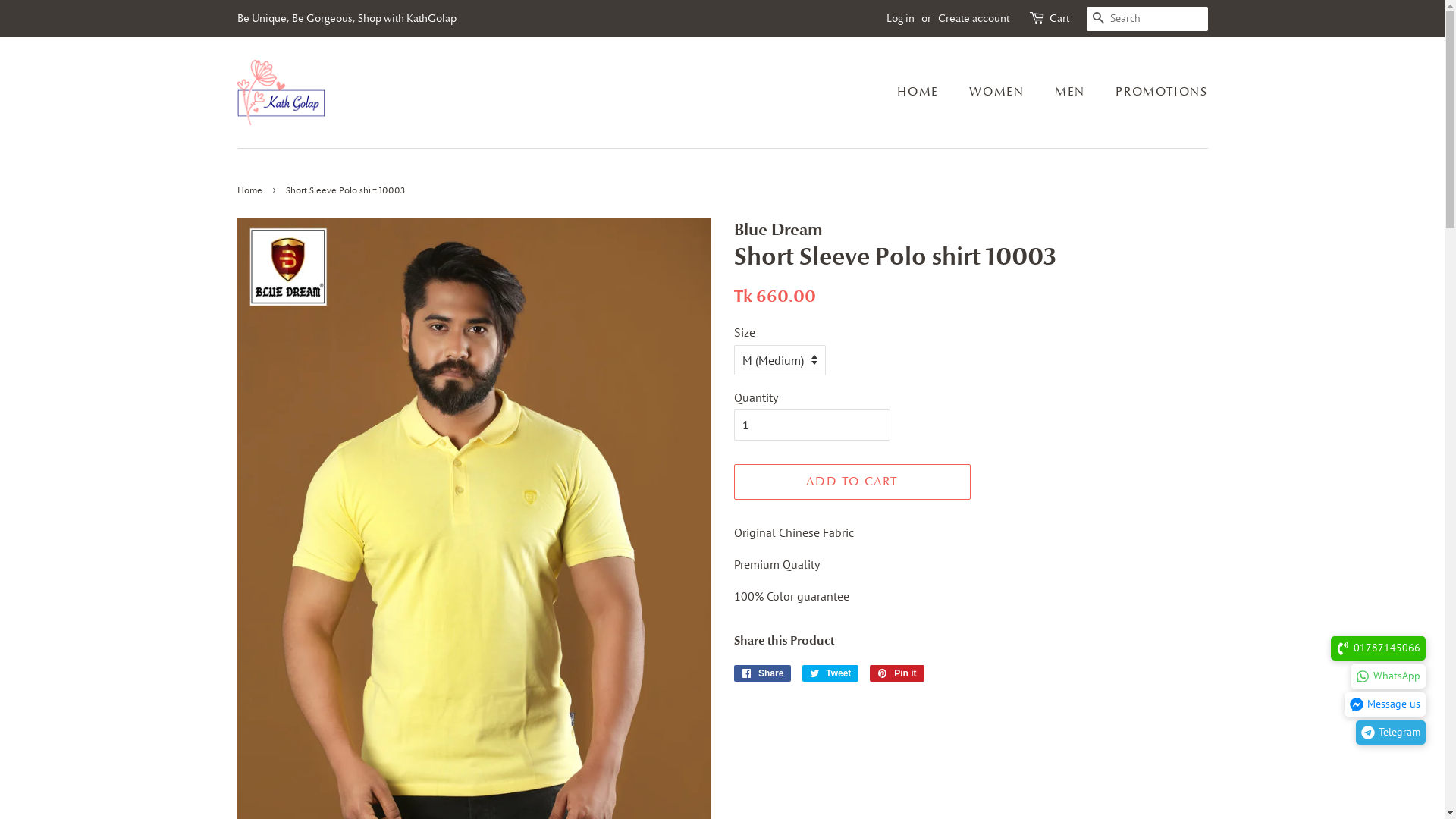 This screenshot has height=819, width=1456. What do you see at coordinates (1154, 92) in the screenshot?
I see `'PROMOTIONS'` at bounding box center [1154, 92].